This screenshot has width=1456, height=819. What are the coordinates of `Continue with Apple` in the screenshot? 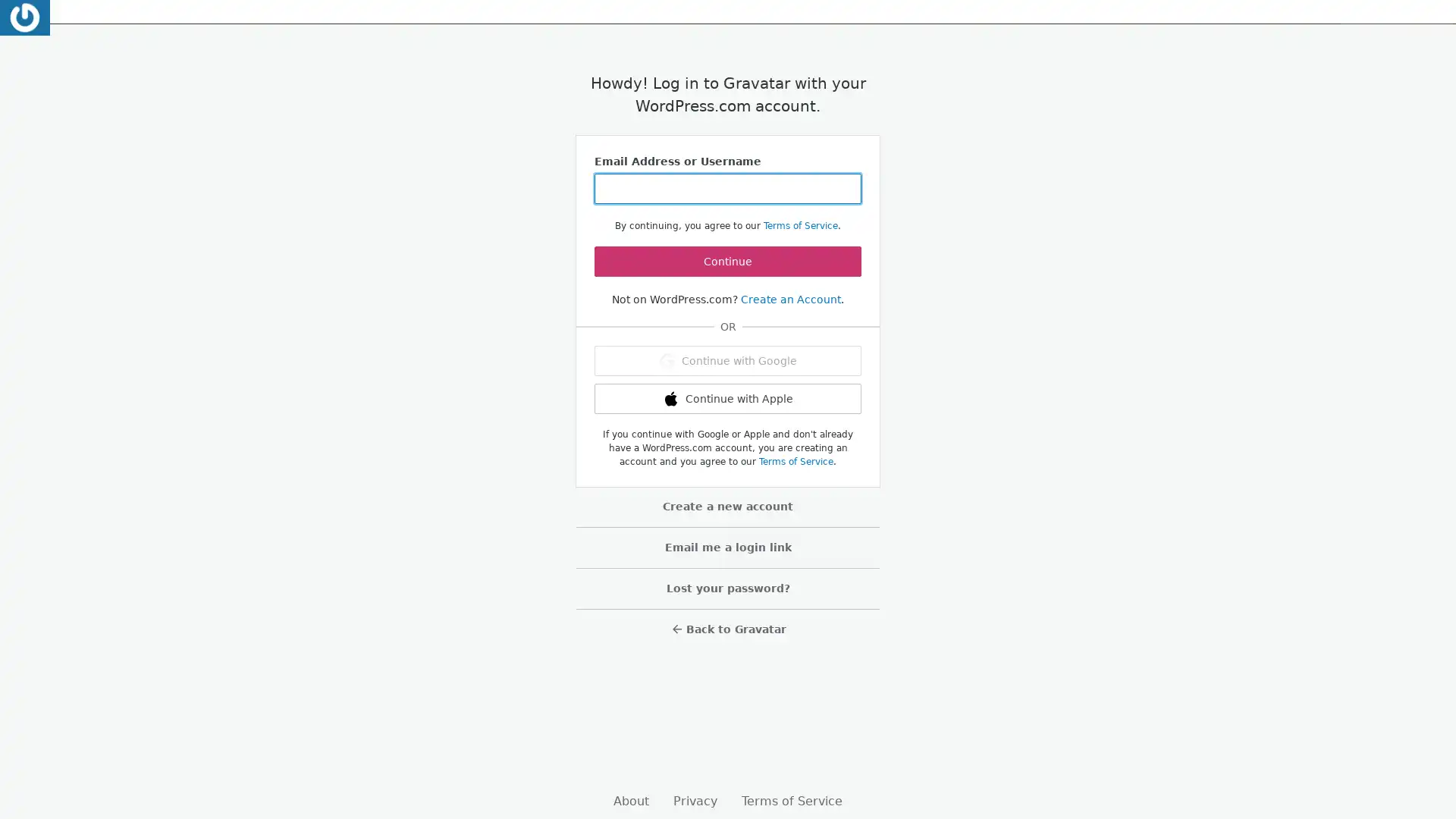 It's located at (728, 397).